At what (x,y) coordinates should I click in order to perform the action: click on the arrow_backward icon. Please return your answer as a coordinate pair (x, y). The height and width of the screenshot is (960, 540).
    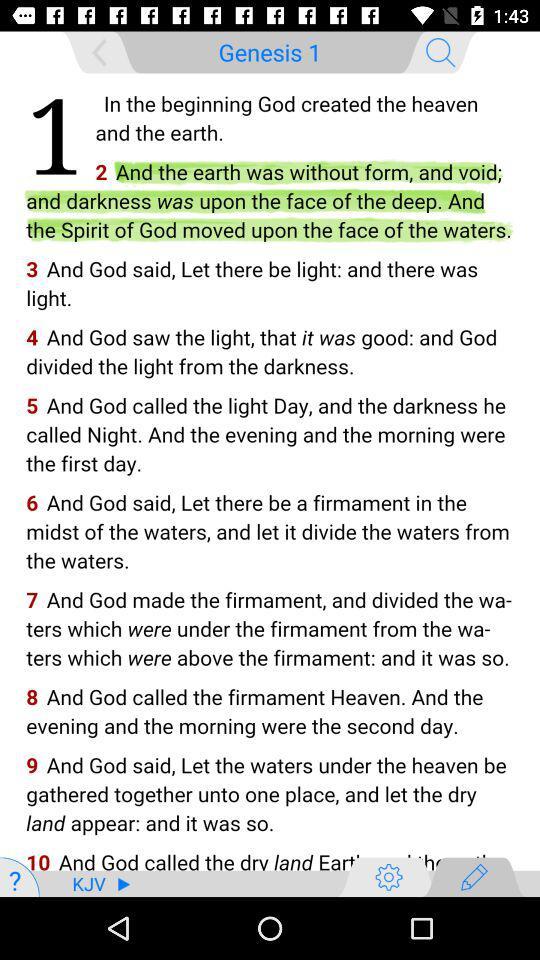
    Looking at the image, I should click on (98, 51).